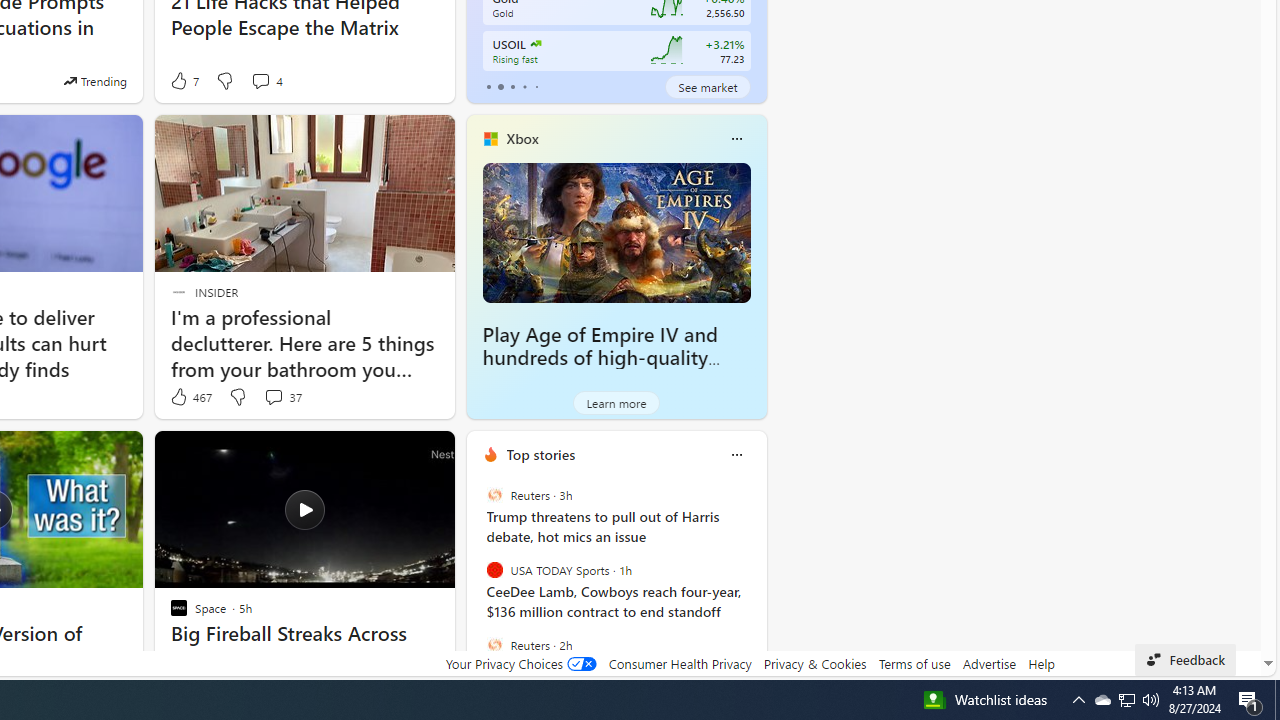 The image size is (1280, 720). What do you see at coordinates (735, 455) in the screenshot?
I see `'Class: icon-img'` at bounding box center [735, 455].